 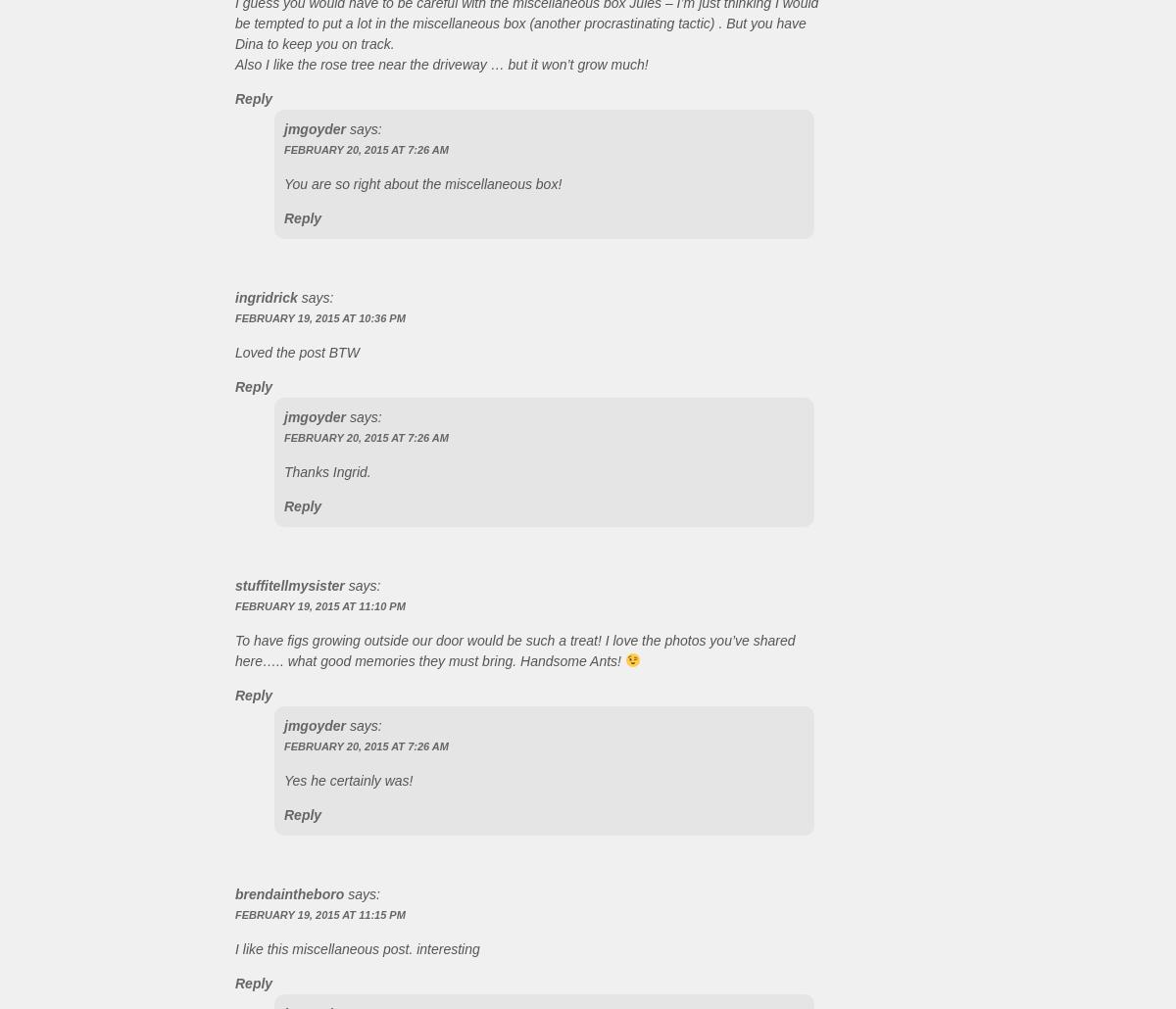 What do you see at coordinates (288, 892) in the screenshot?
I see `'brendaintheboro'` at bounding box center [288, 892].